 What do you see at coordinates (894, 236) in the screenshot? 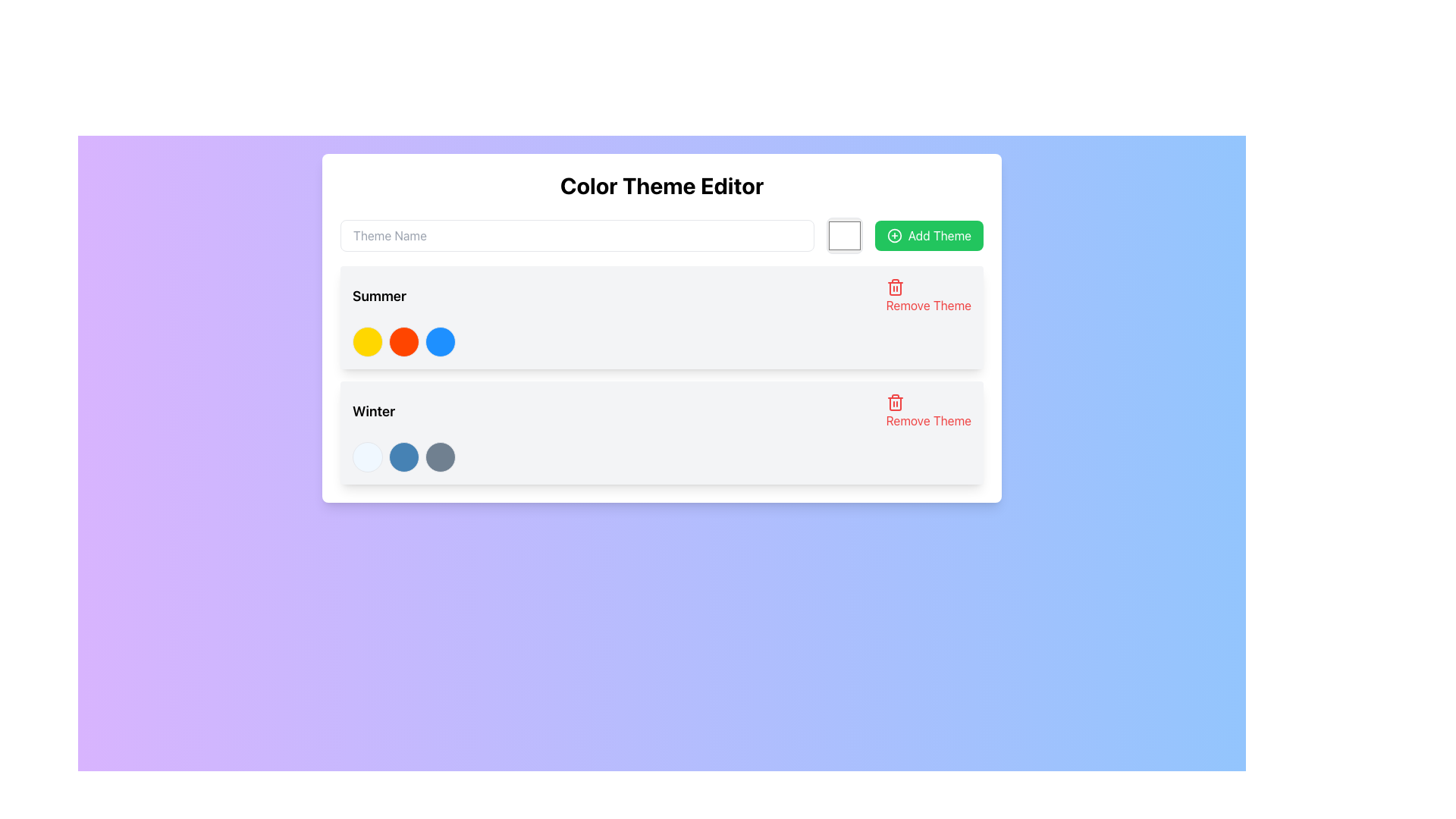
I see `the circular icon that is centered inside the 'Add Theme' button, which is styled in green with white text, located in the upper-right region of the interface` at bounding box center [894, 236].